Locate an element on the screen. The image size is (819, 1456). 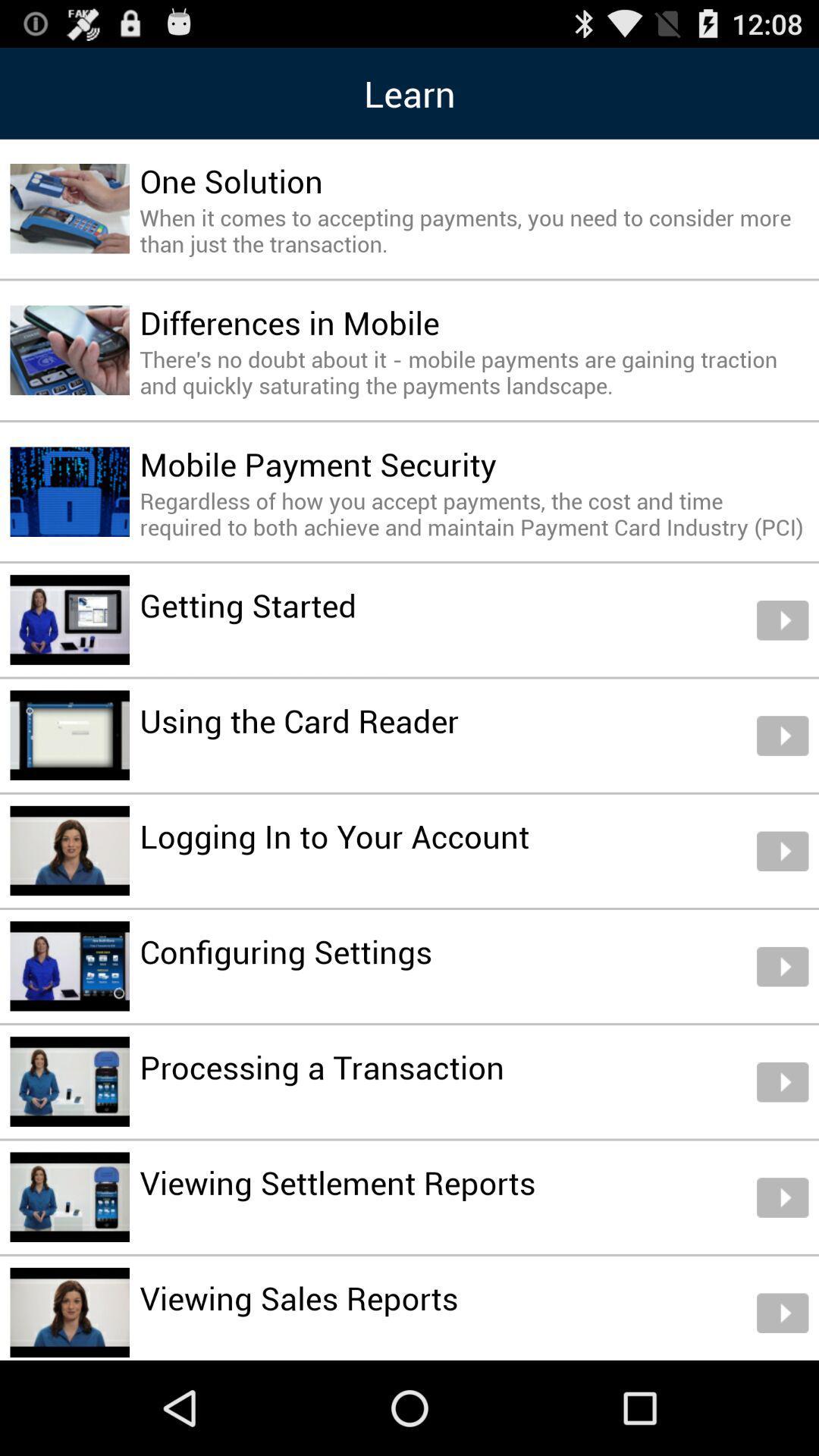
there s no item is located at coordinates (473, 372).